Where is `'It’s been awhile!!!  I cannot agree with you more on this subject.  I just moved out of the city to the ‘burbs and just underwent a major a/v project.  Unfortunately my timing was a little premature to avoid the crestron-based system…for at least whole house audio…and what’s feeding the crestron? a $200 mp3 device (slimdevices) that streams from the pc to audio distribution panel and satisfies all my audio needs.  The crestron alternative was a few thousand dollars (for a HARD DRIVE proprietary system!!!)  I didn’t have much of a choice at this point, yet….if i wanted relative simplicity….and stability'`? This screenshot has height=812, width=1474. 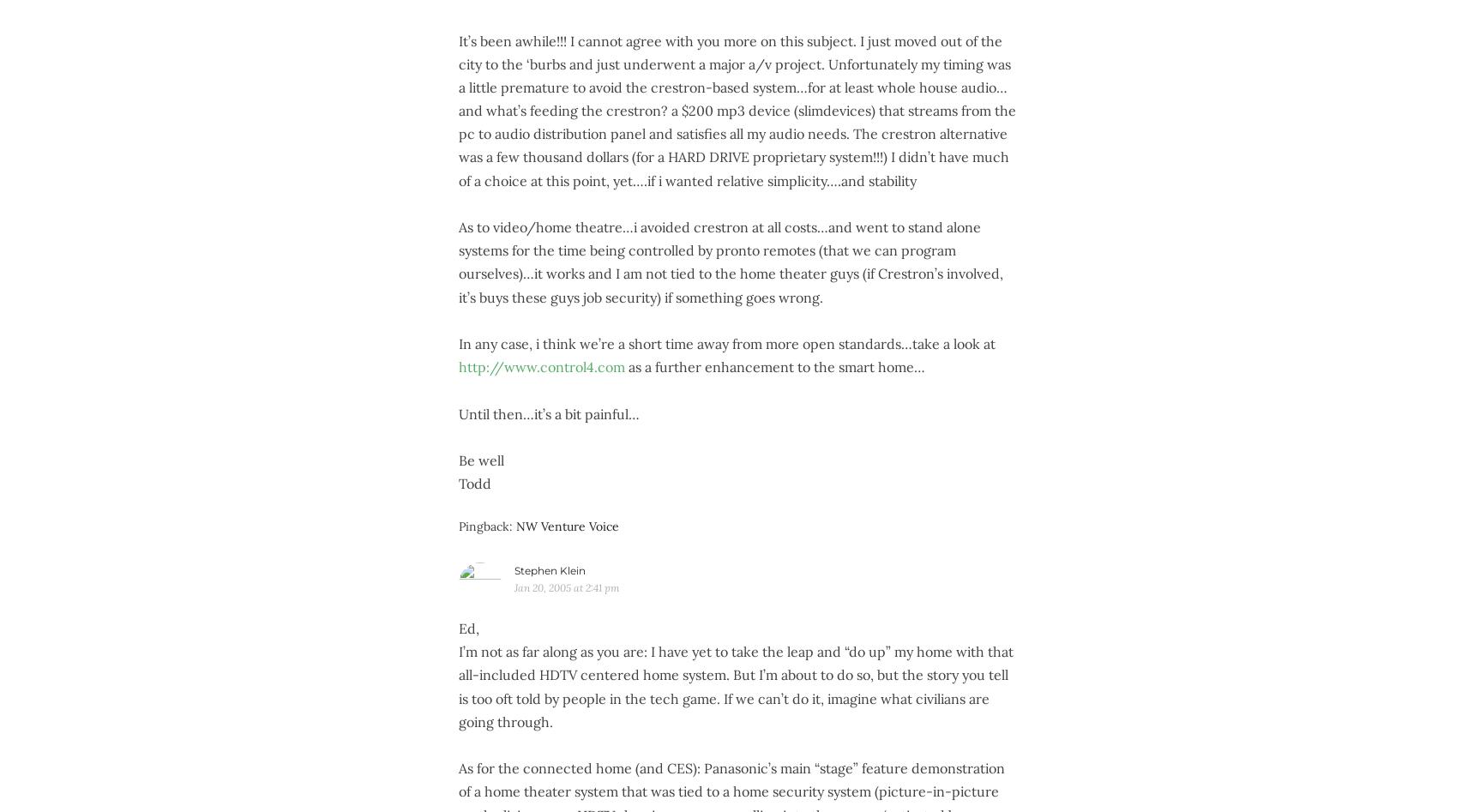 'It’s been awhile!!!  I cannot agree with you more on this subject.  I just moved out of the city to the ‘burbs and just underwent a major a/v project.  Unfortunately my timing was a little premature to avoid the crestron-based system…for at least whole house audio…and what’s feeding the crestron? a $200 mp3 device (slimdevices) that streams from the pc to audio distribution panel and satisfies all my audio needs.  The crestron alternative was a few thousand dollars (for a HARD DRIVE proprietary system!!!)  I didn’t have much of a choice at this point, yet….if i wanted relative simplicity….and stability' is located at coordinates (735, 109).